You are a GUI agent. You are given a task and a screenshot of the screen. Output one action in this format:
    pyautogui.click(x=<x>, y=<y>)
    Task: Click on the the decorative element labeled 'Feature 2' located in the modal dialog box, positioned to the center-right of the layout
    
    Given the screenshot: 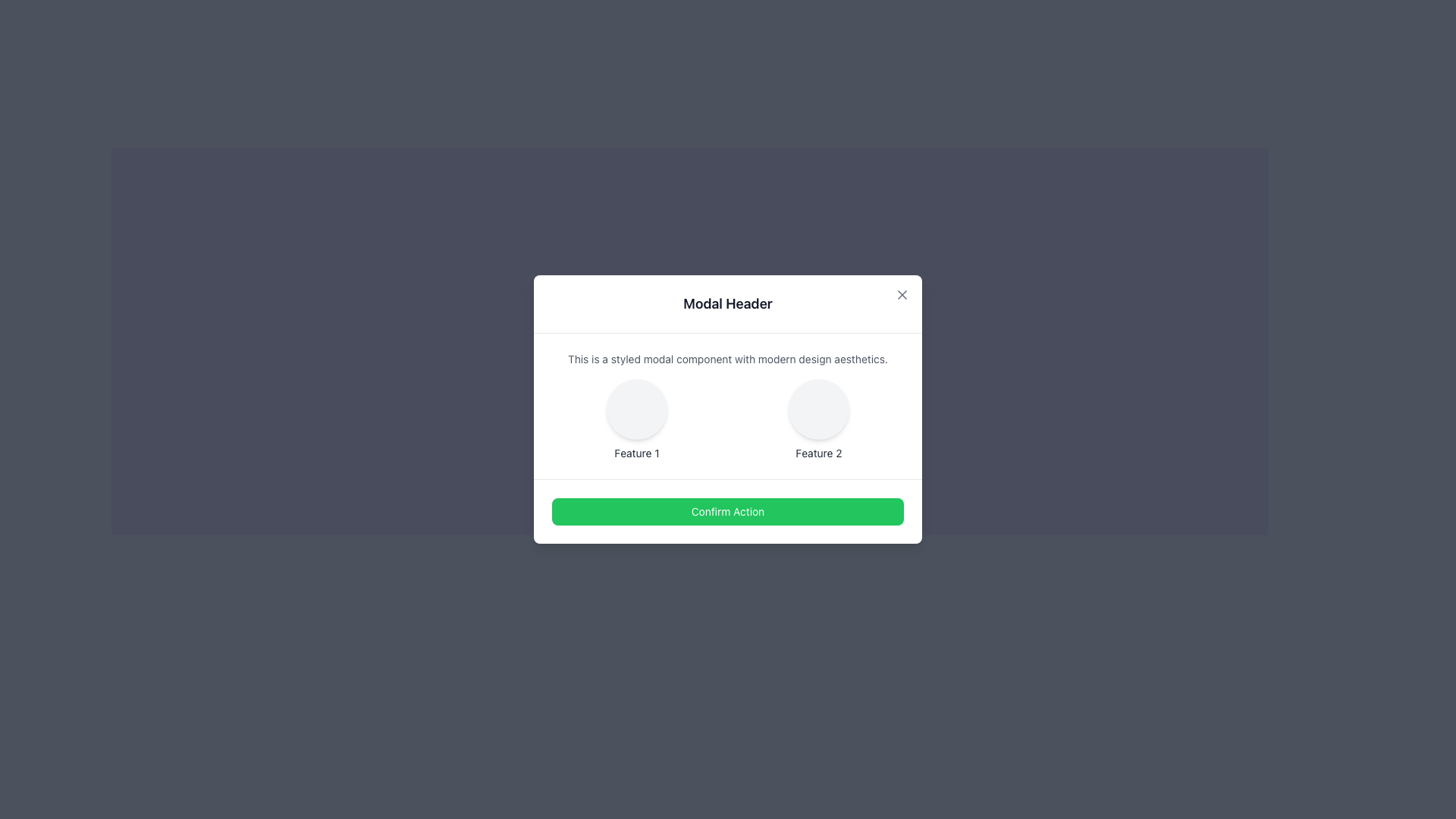 What is the action you would take?
    pyautogui.click(x=818, y=409)
    